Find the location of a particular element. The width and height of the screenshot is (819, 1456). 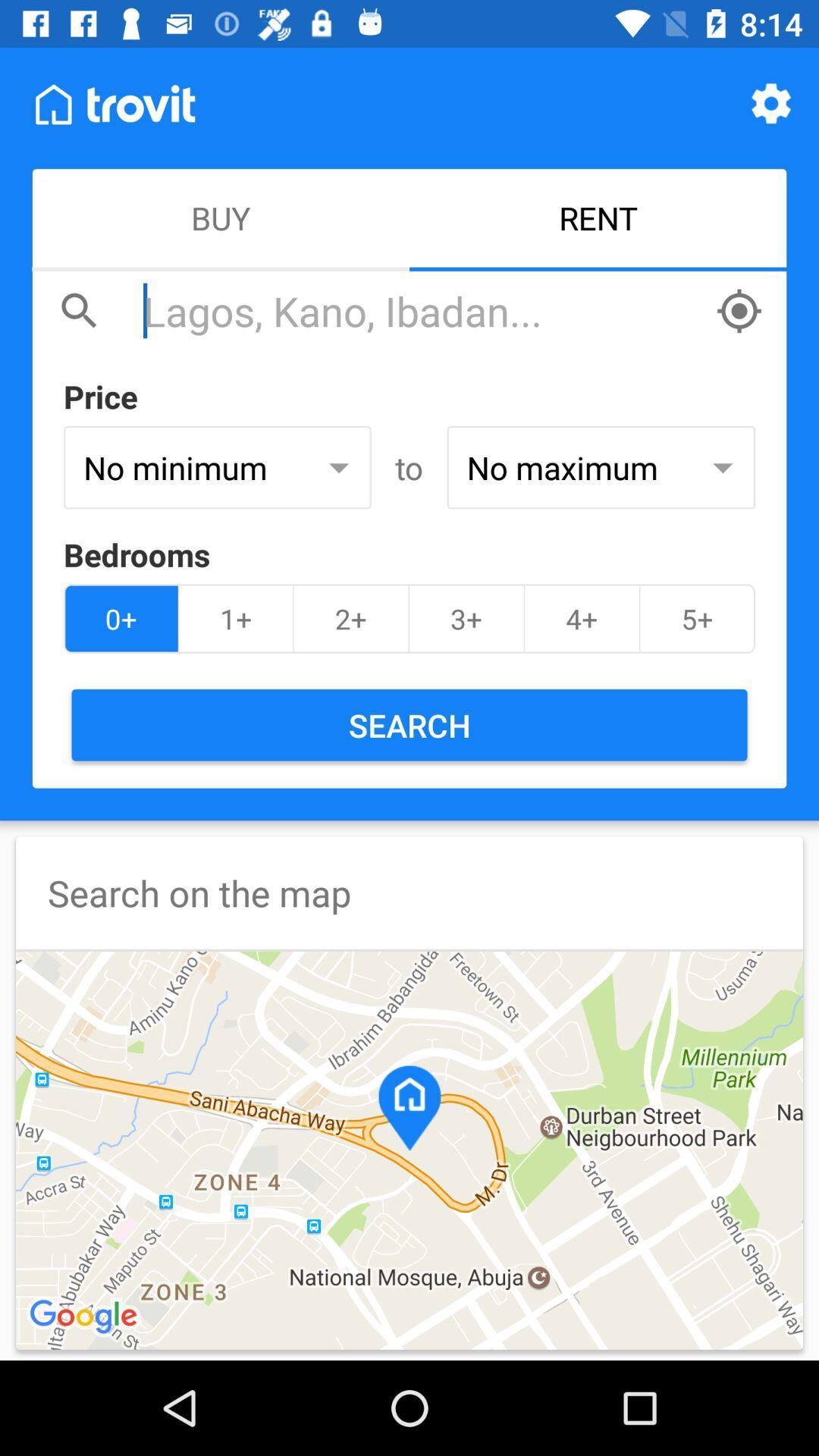

current location is located at coordinates (739, 310).